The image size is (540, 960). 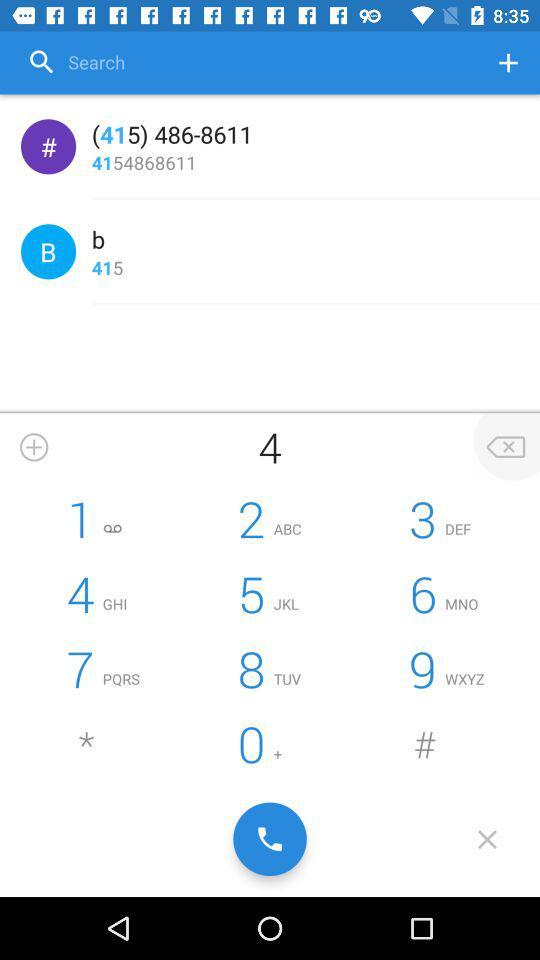 What do you see at coordinates (33, 447) in the screenshot?
I see `contact` at bounding box center [33, 447].